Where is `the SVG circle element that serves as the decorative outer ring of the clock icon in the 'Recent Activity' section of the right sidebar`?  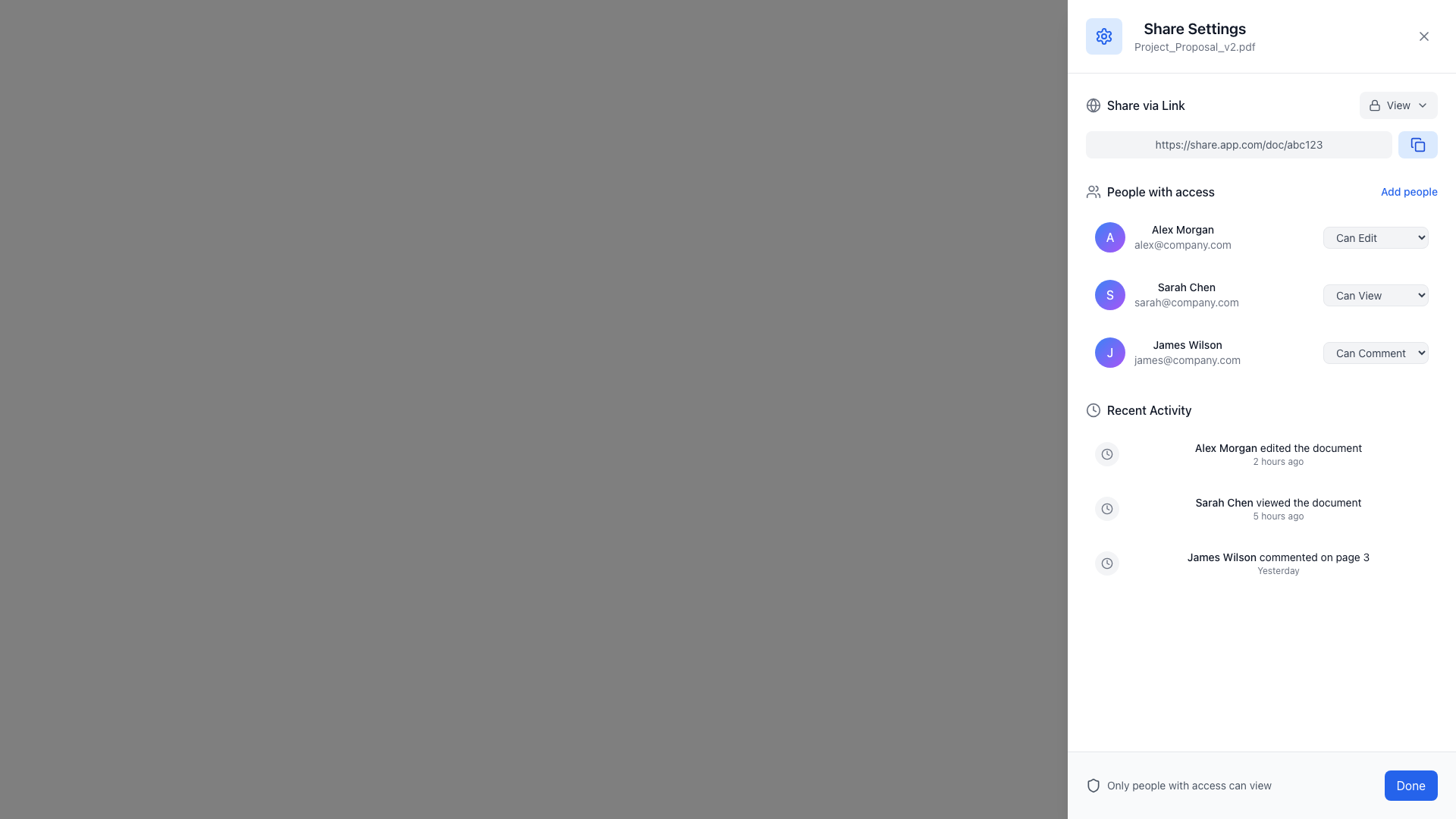 the SVG circle element that serves as the decorative outer ring of the clock icon in the 'Recent Activity' section of the right sidebar is located at coordinates (1106, 453).